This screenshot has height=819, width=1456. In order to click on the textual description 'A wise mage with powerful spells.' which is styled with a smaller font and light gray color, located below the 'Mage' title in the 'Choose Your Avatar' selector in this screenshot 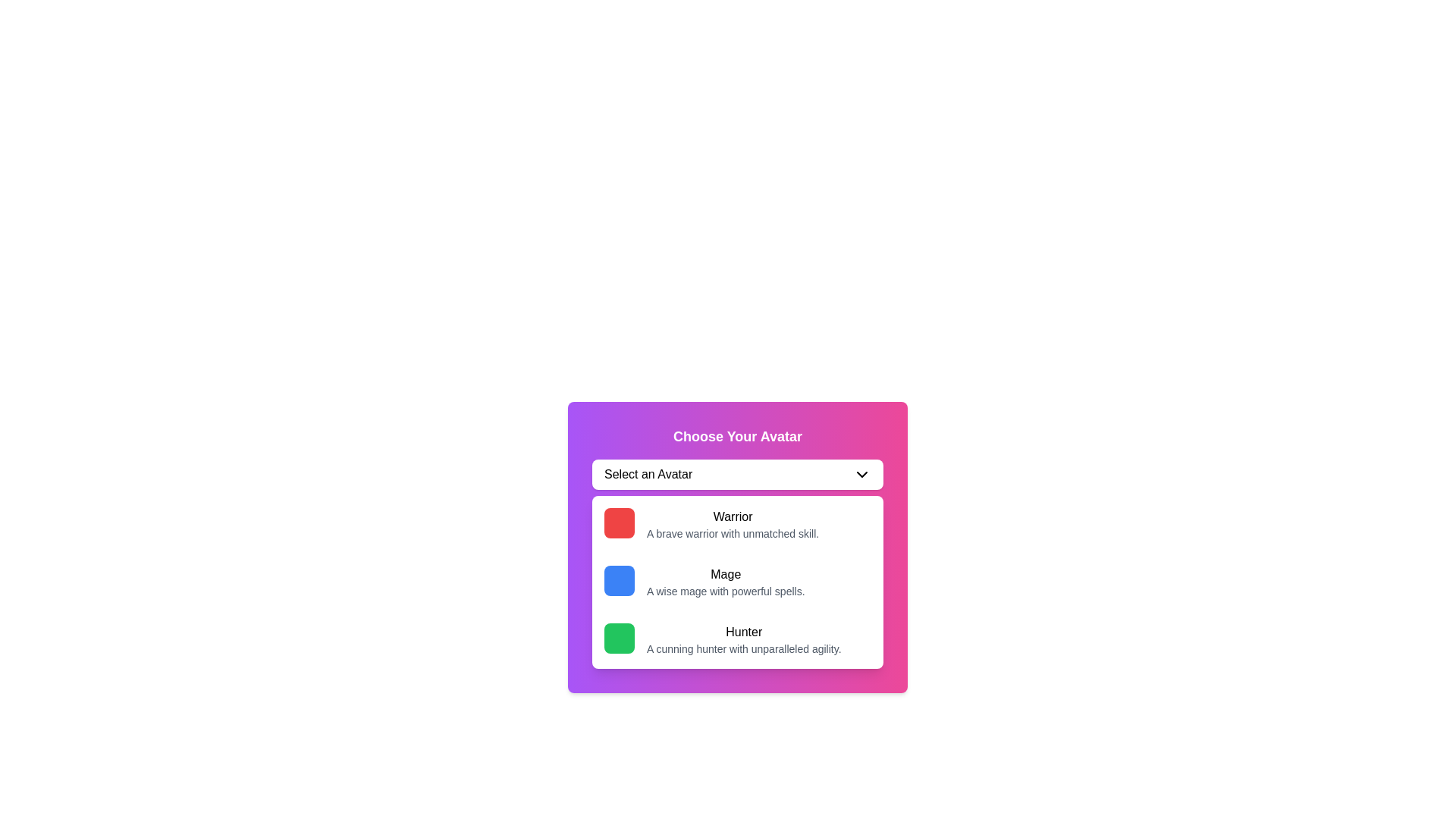, I will do `click(725, 590)`.